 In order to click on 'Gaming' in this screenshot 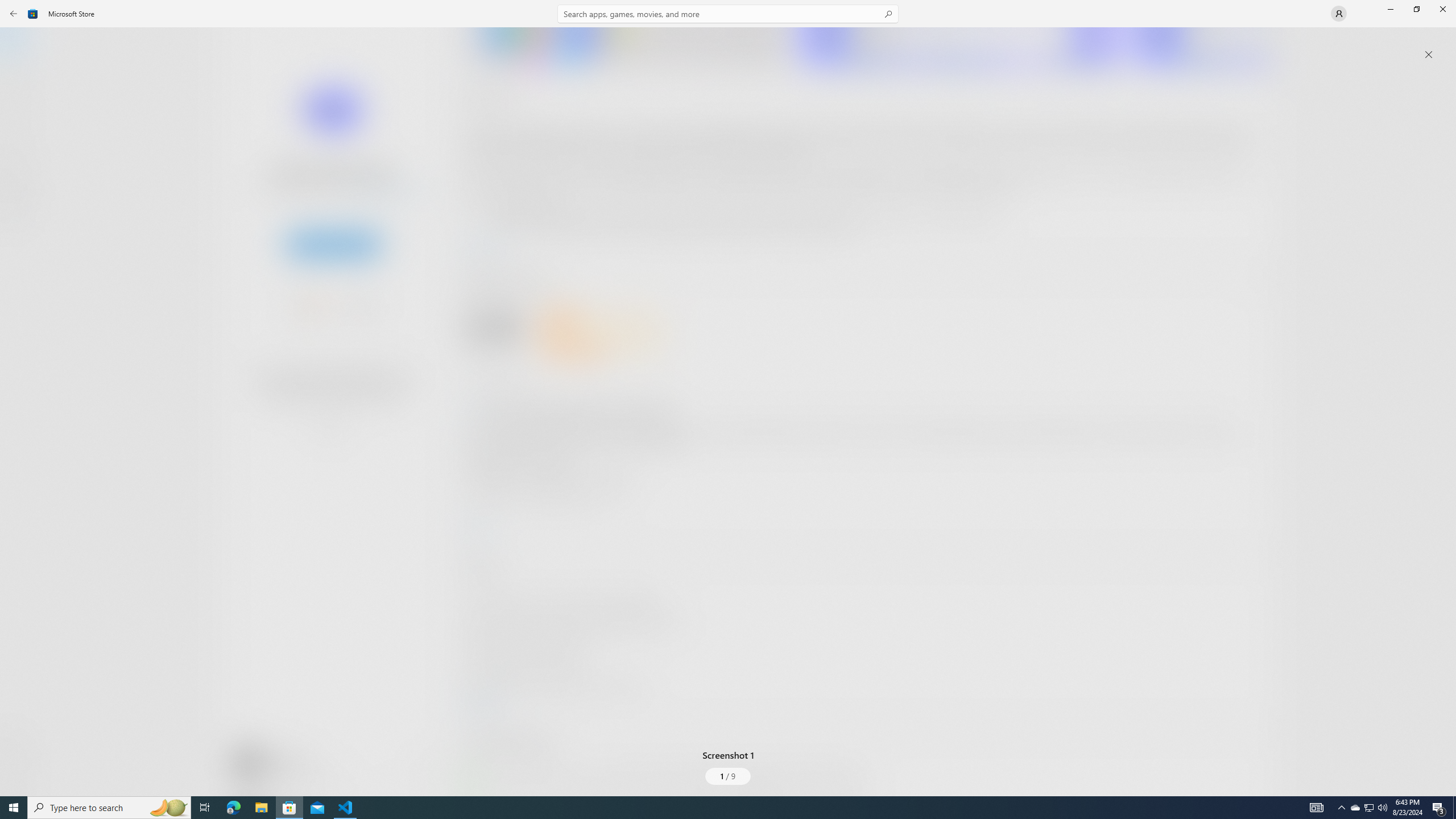, I will do `click(19, 115)`.